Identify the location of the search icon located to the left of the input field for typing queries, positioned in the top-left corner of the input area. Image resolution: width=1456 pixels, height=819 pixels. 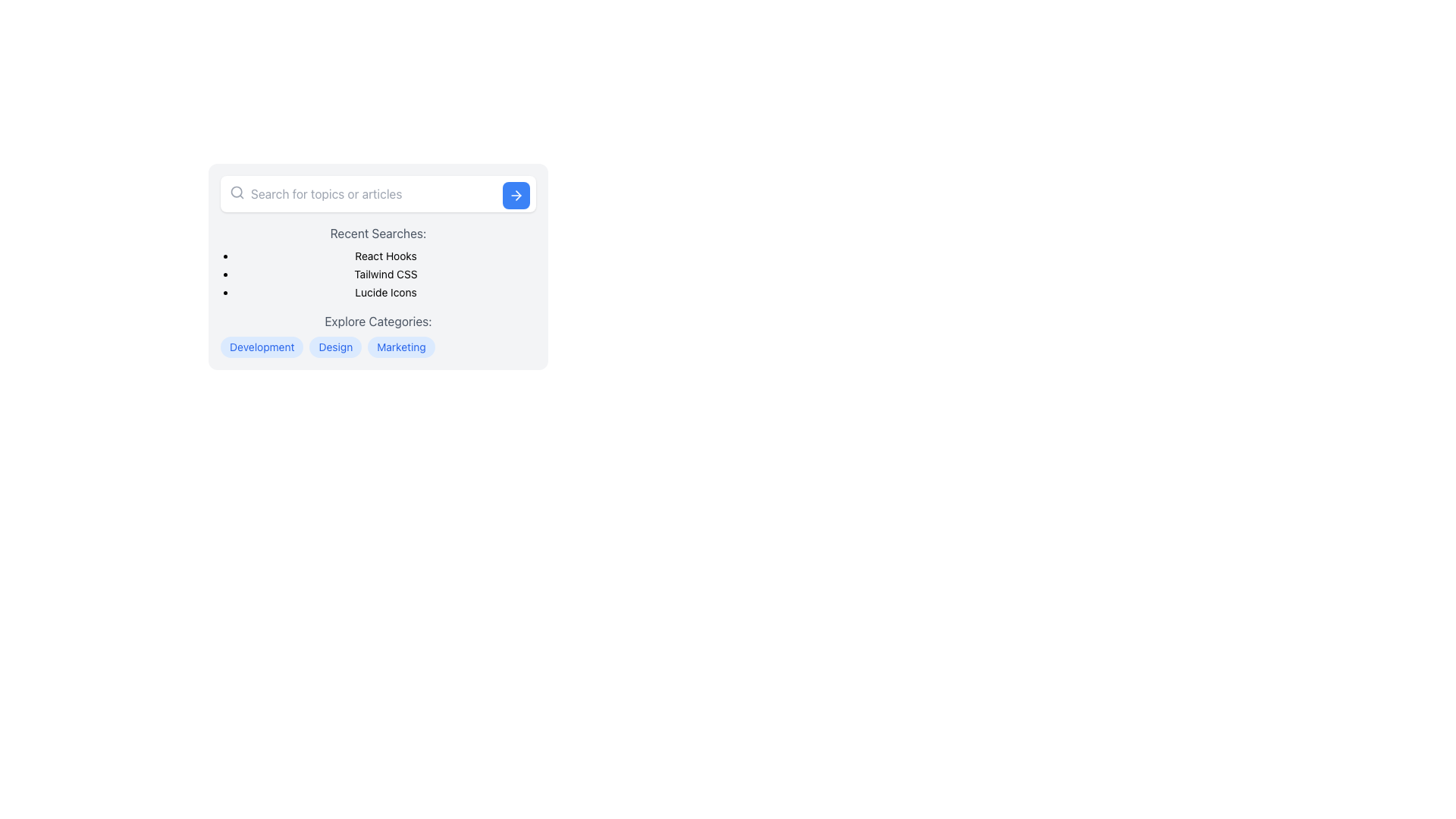
(236, 192).